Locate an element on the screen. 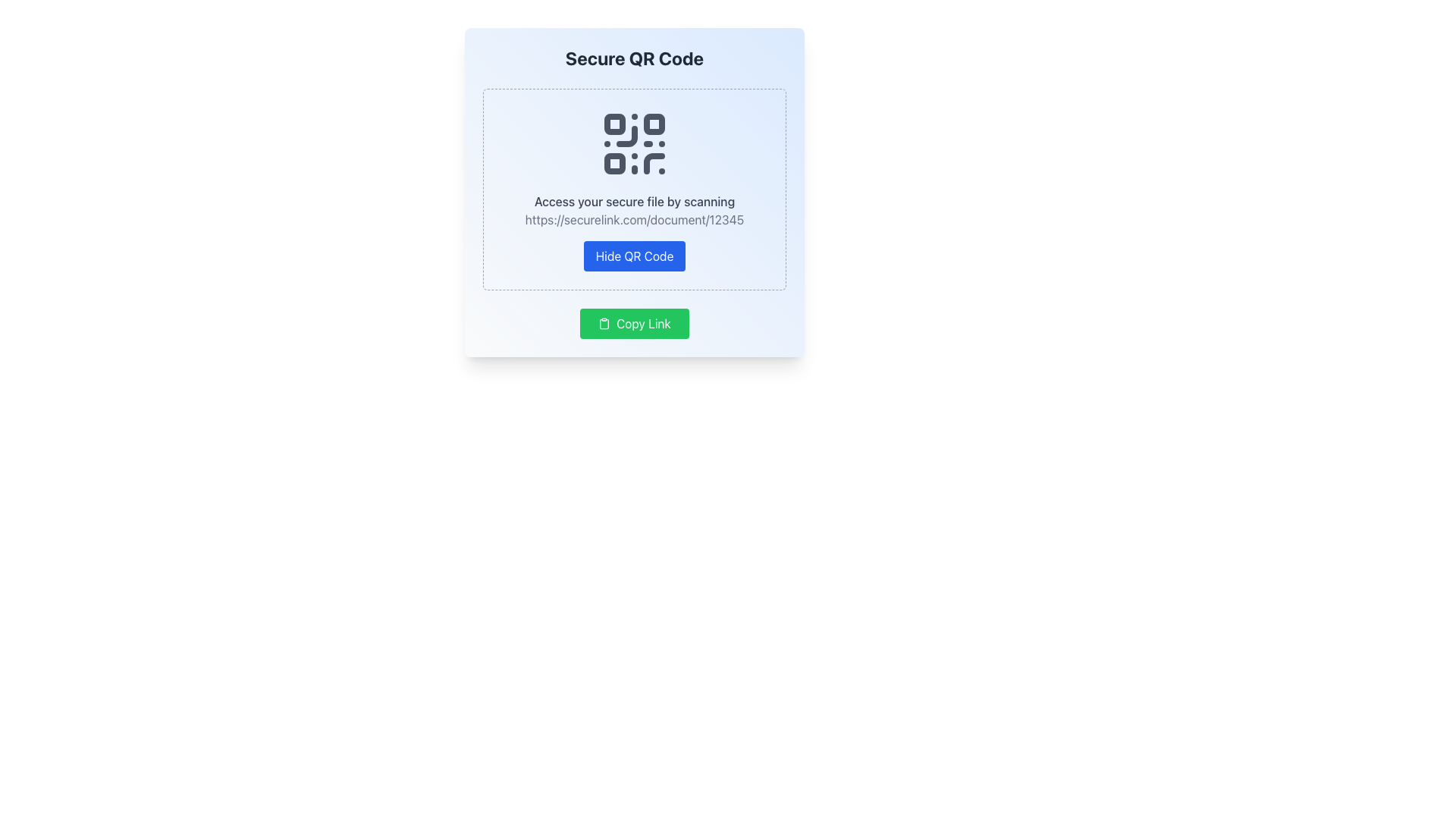 The image size is (1456, 819). the QR Code image located in the upper section of the central card layout, positioned above the text 'Access your secure file by scanning' and below the heading 'Secure QR Code' is located at coordinates (634, 143).